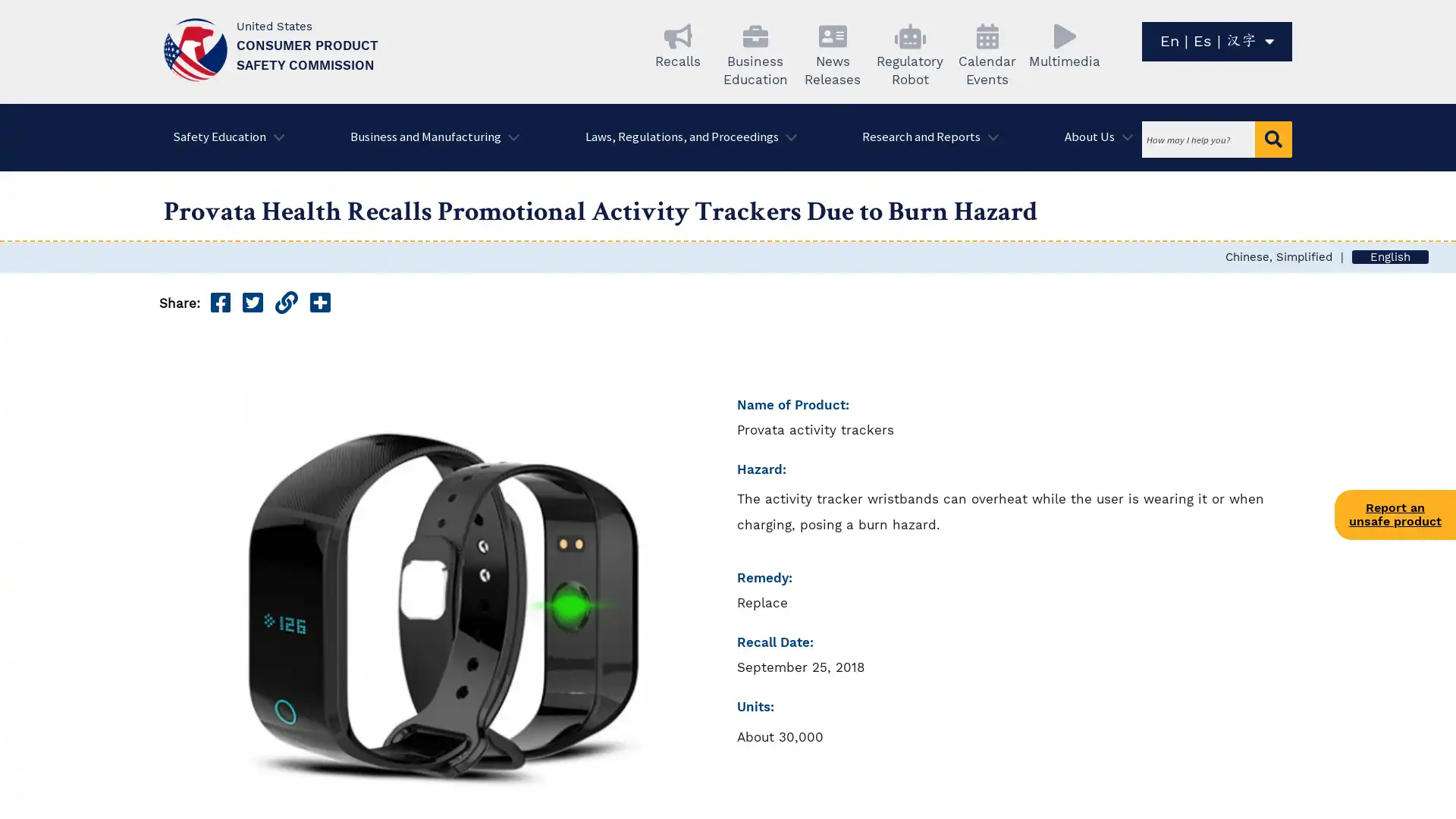 This screenshot has height=819, width=1456. Describe the element at coordinates (428, 137) in the screenshot. I see `Business and Manufacturing` at that location.